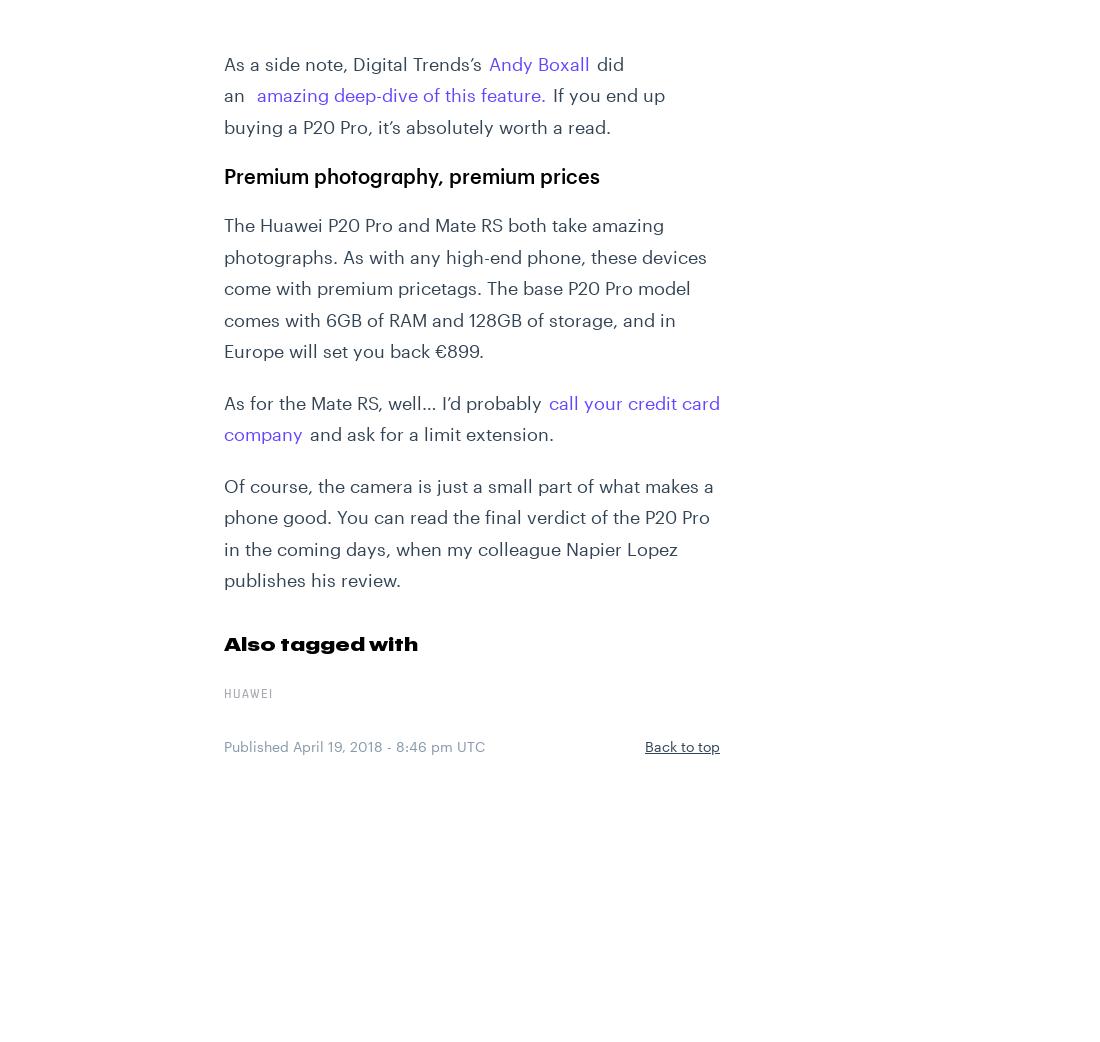 The width and height of the screenshot is (1100, 1042). What do you see at coordinates (388, 744) in the screenshot?
I see `'April 19, 2018 - 8:46 pm UTC'` at bounding box center [388, 744].